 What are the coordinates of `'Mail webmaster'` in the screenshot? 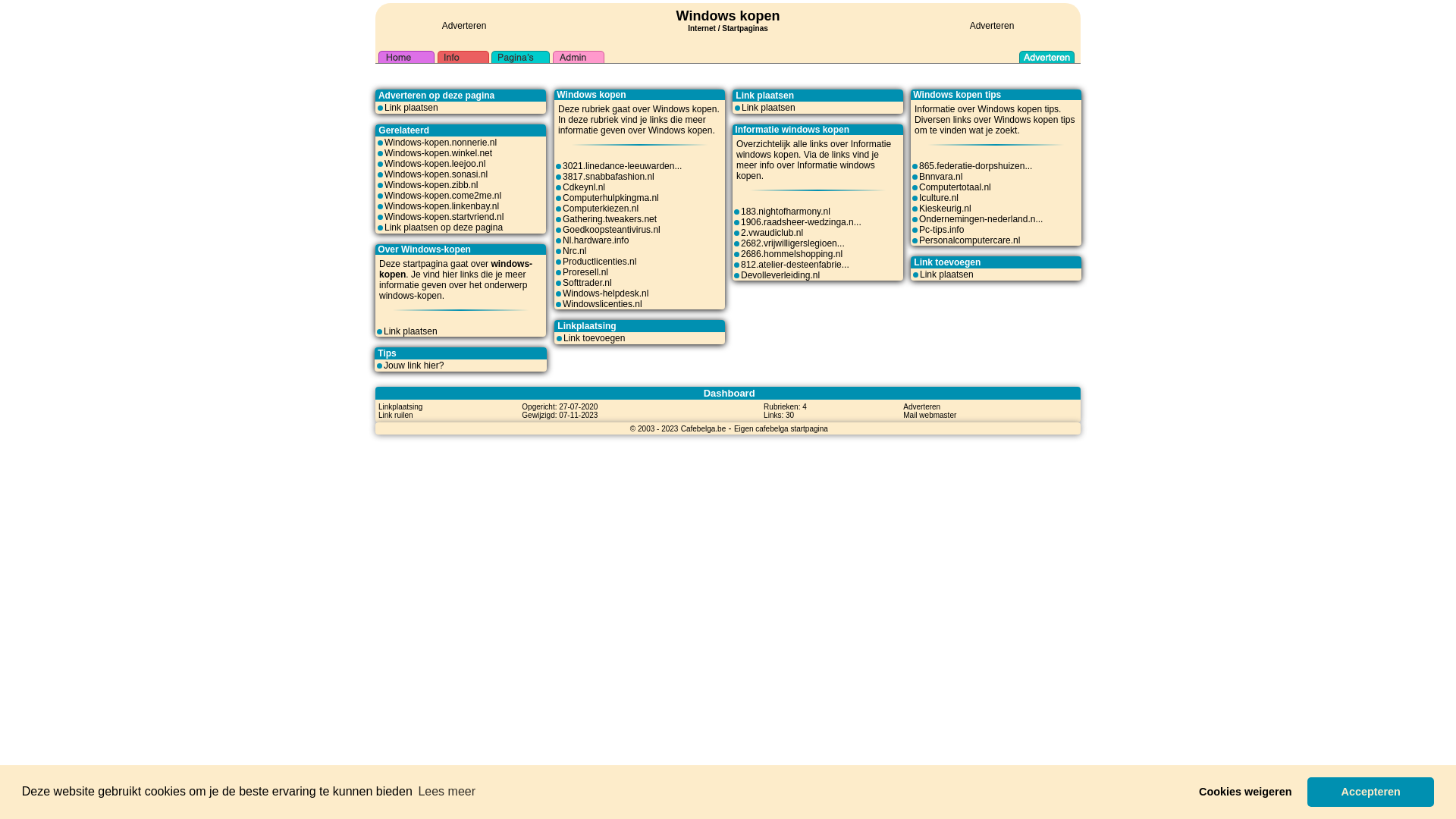 It's located at (928, 415).